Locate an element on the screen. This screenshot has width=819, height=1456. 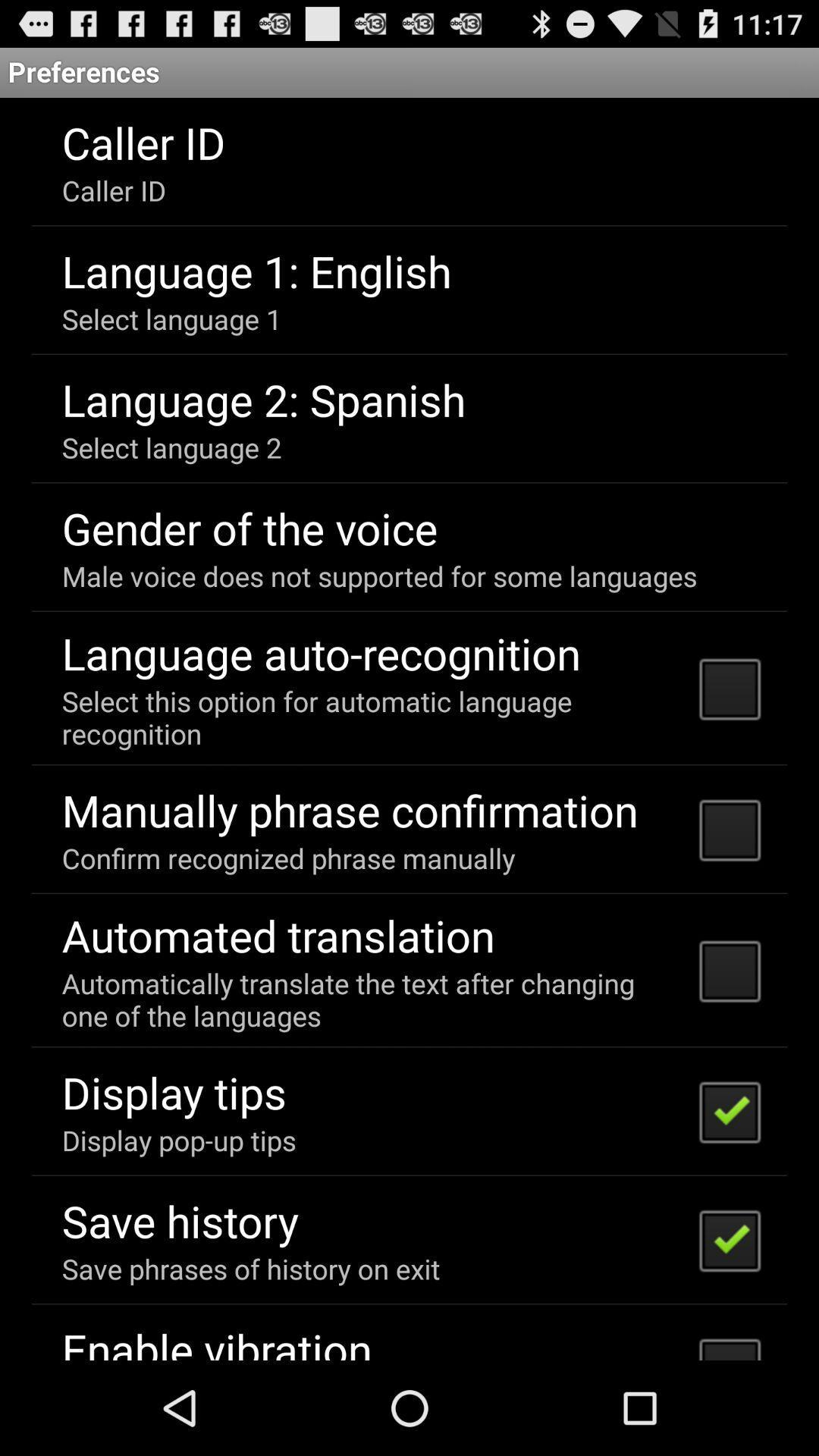
the display pop up is located at coordinates (178, 1140).